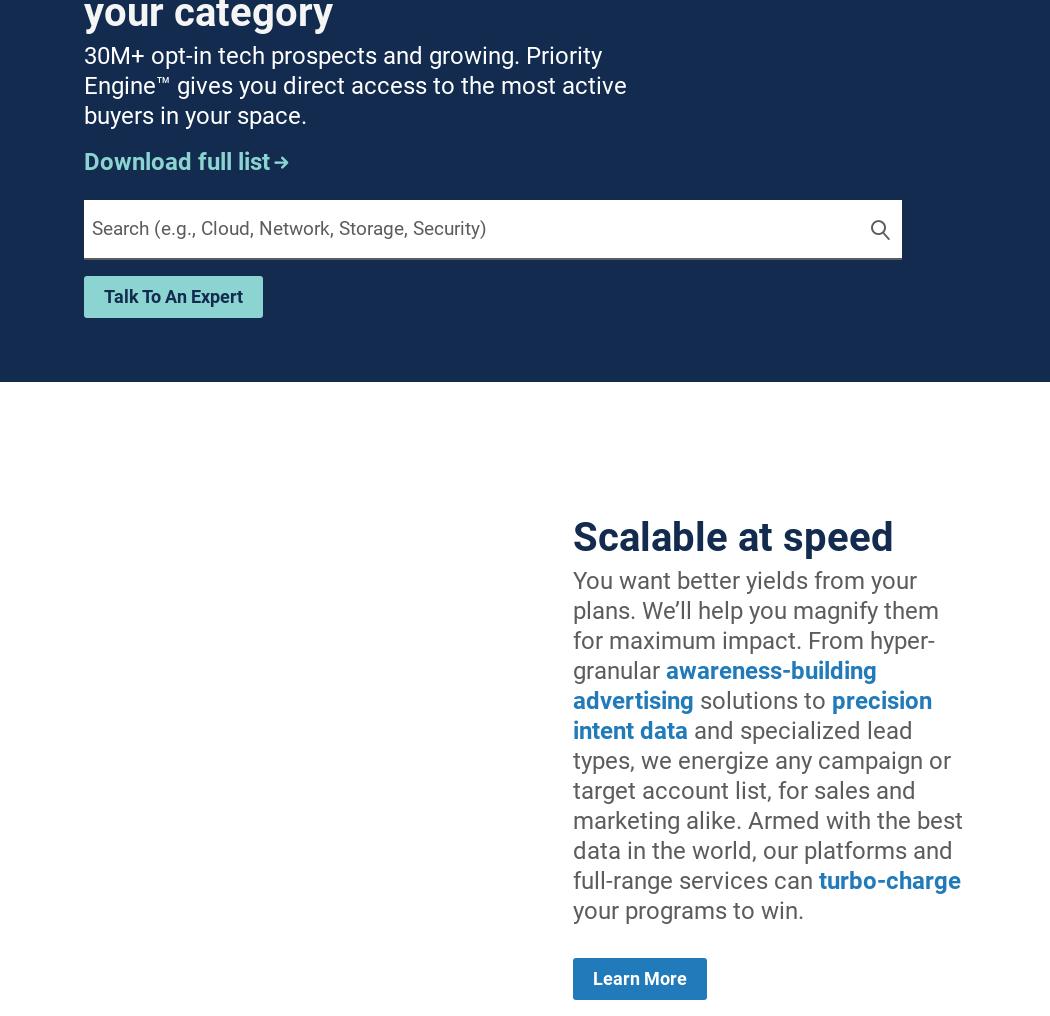 The height and width of the screenshot is (1016, 1050). Describe the element at coordinates (571, 535) in the screenshot. I see `'Scalable at speed'` at that location.